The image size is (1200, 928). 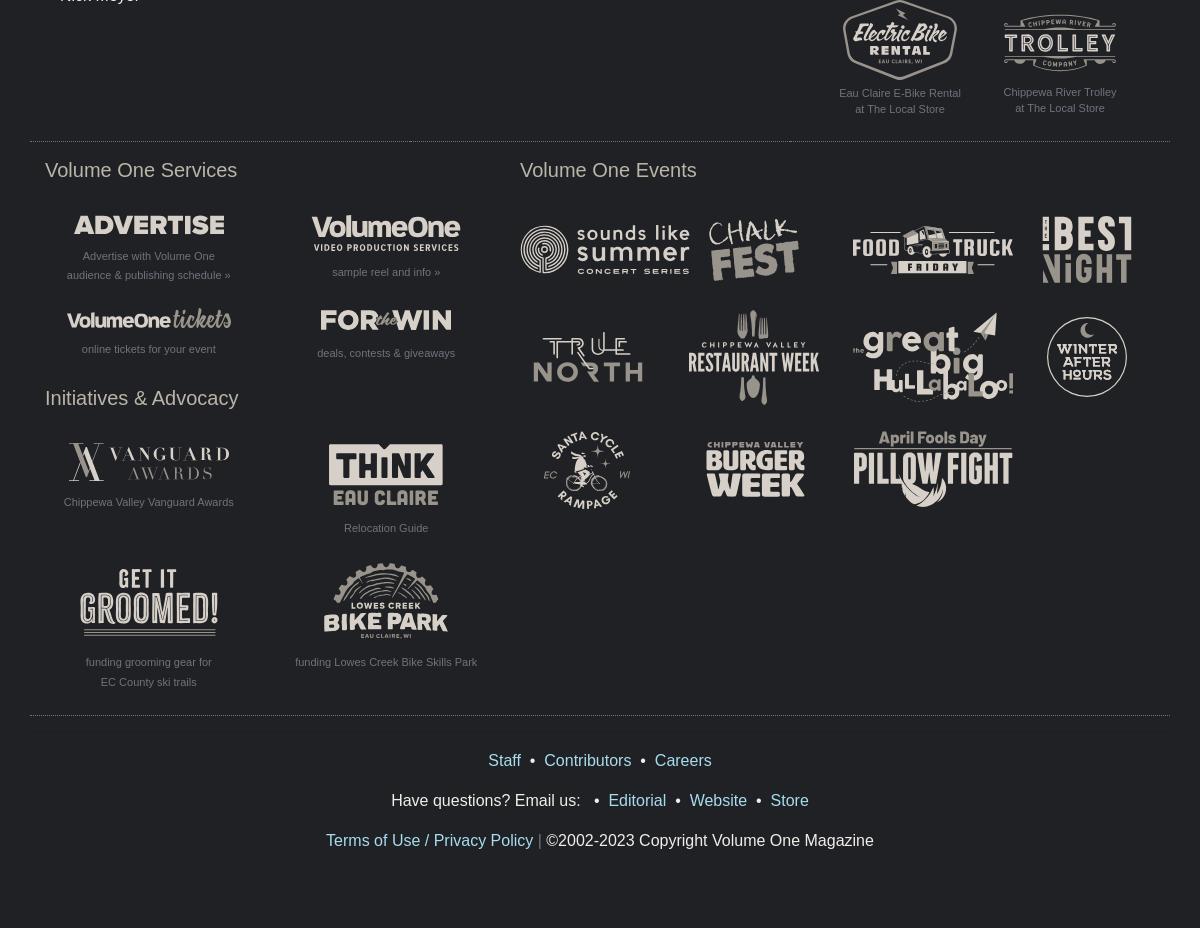 What do you see at coordinates (608, 168) in the screenshot?
I see `'Volume One Events'` at bounding box center [608, 168].